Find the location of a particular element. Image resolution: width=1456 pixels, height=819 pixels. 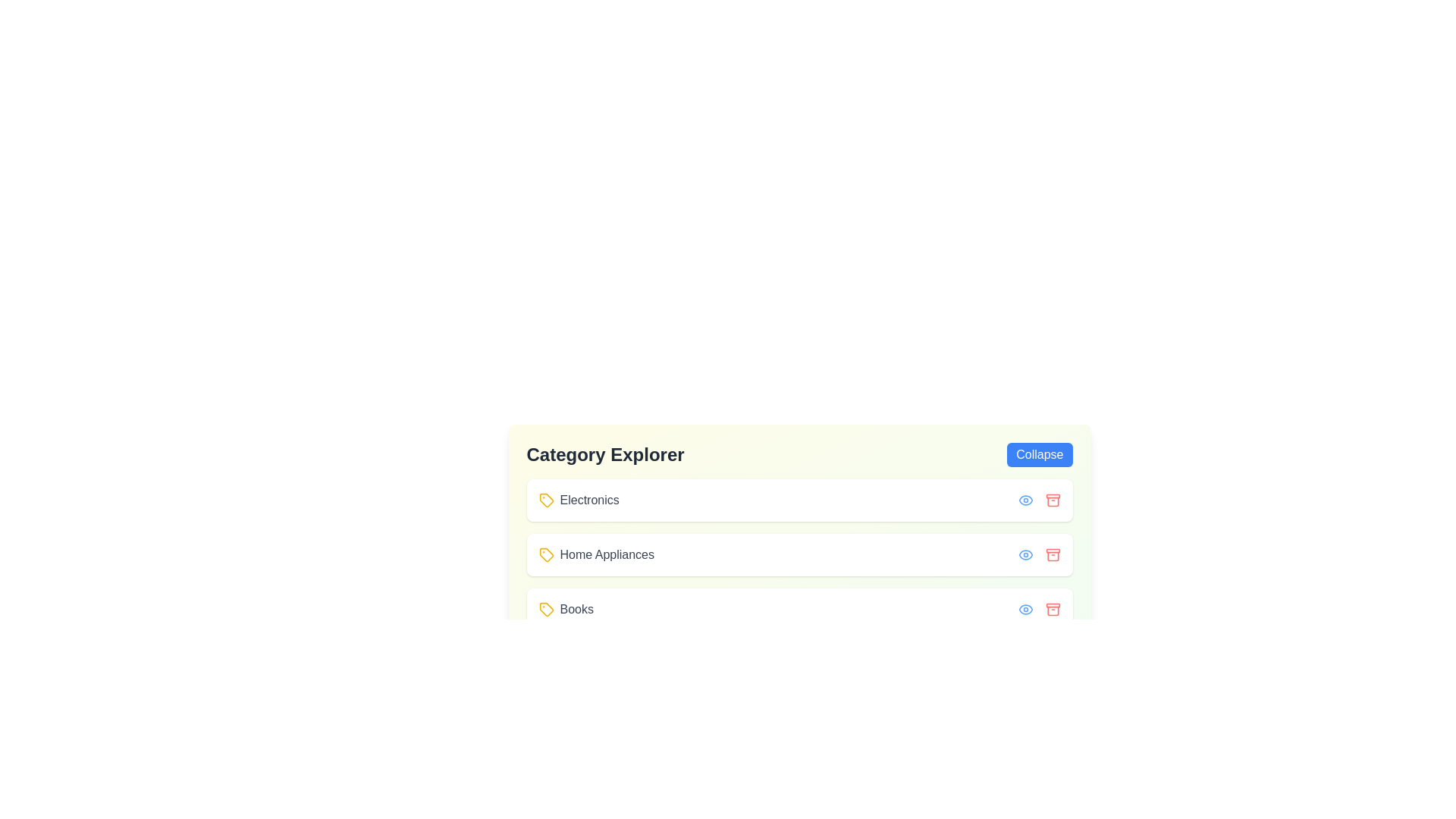

the first yellow tag icon located to the left of the text label 'Electronics' in the 'Category Explorer' list is located at coordinates (546, 500).